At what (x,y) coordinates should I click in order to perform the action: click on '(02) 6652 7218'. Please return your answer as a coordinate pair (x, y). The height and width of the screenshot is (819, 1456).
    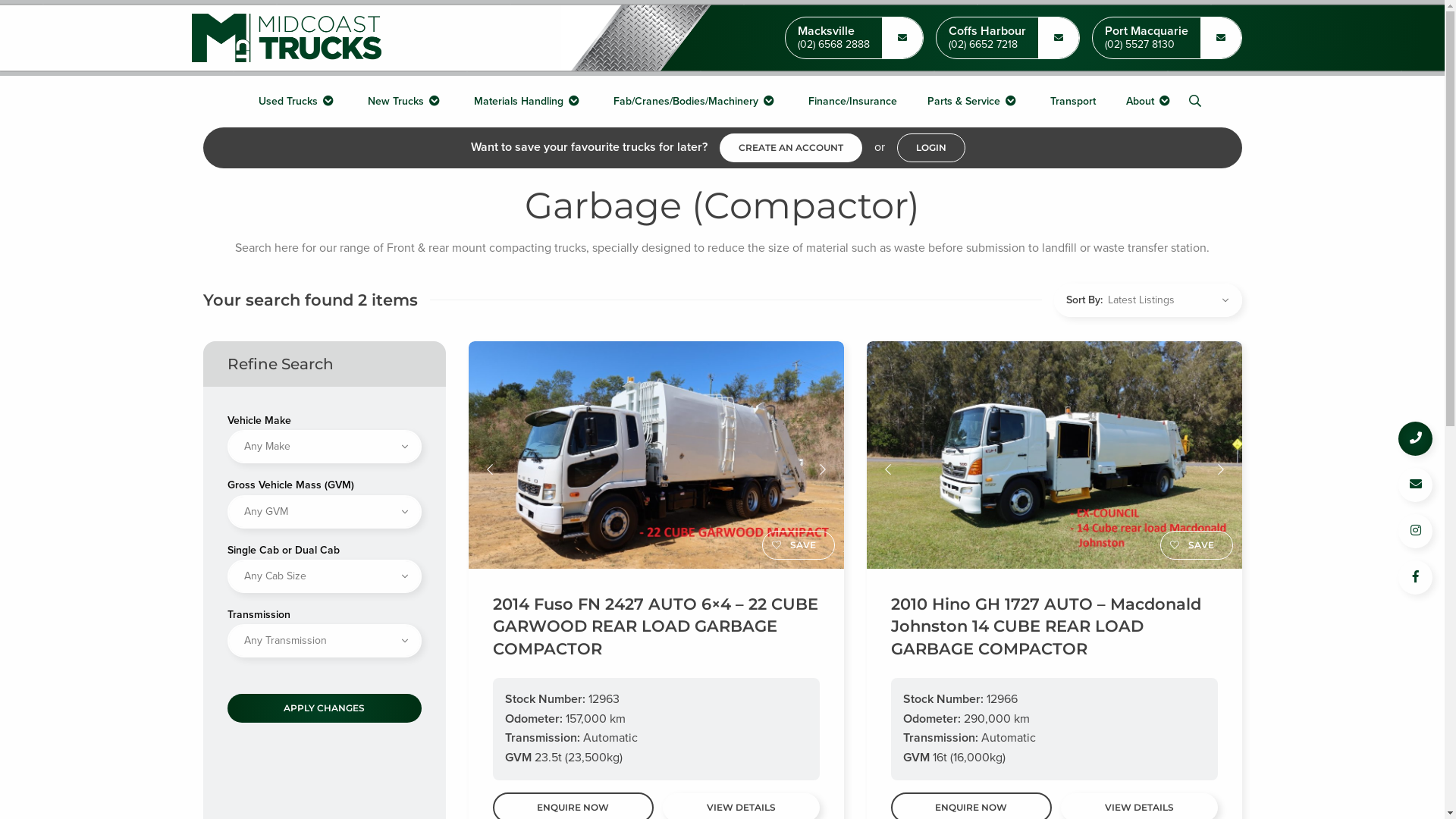
    Looking at the image, I should click on (946, 44).